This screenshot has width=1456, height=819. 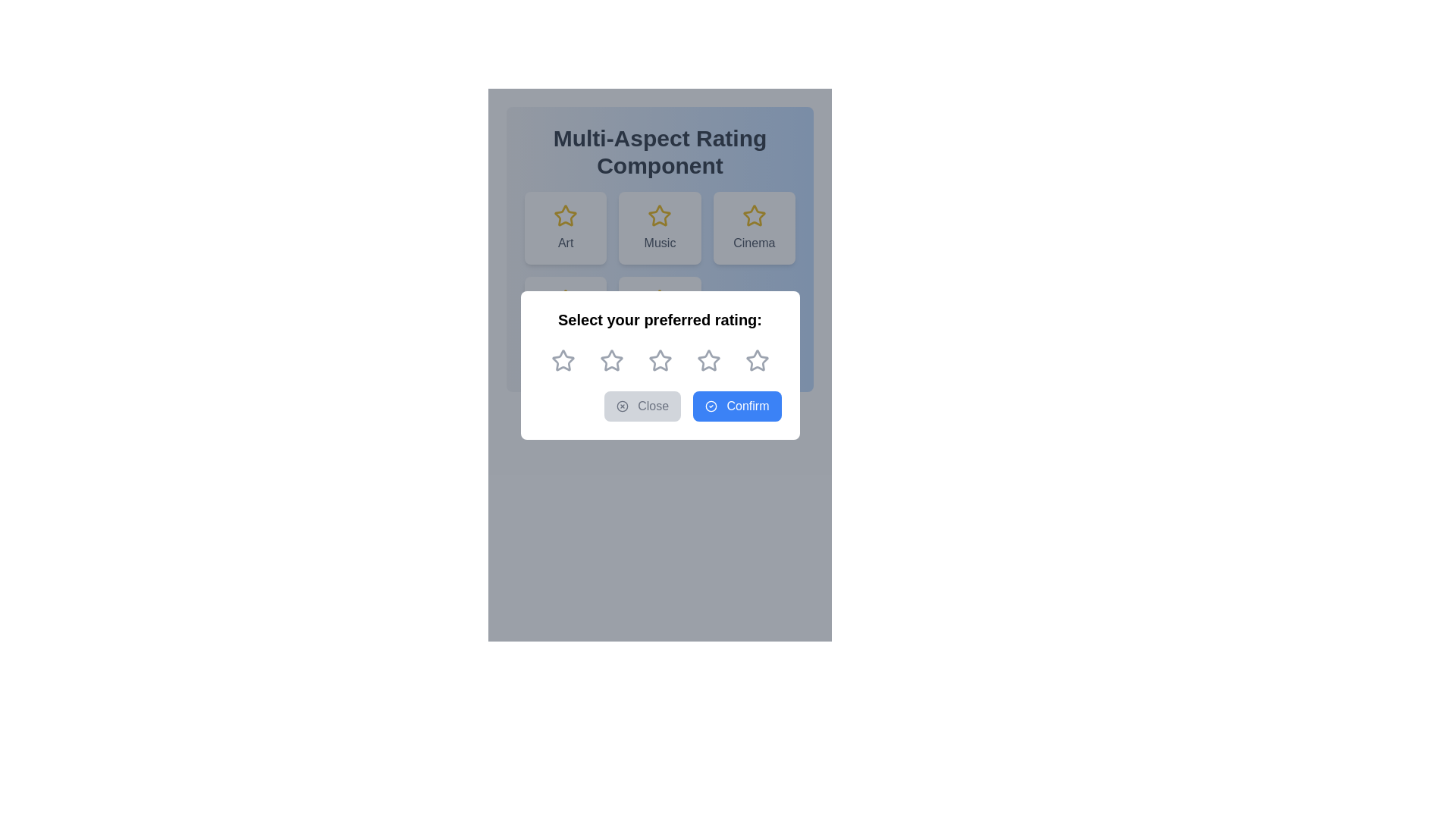 What do you see at coordinates (757, 360) in the screenshot?
I see `the fifth star icon in the rating component` at bounding box center [757, 360].